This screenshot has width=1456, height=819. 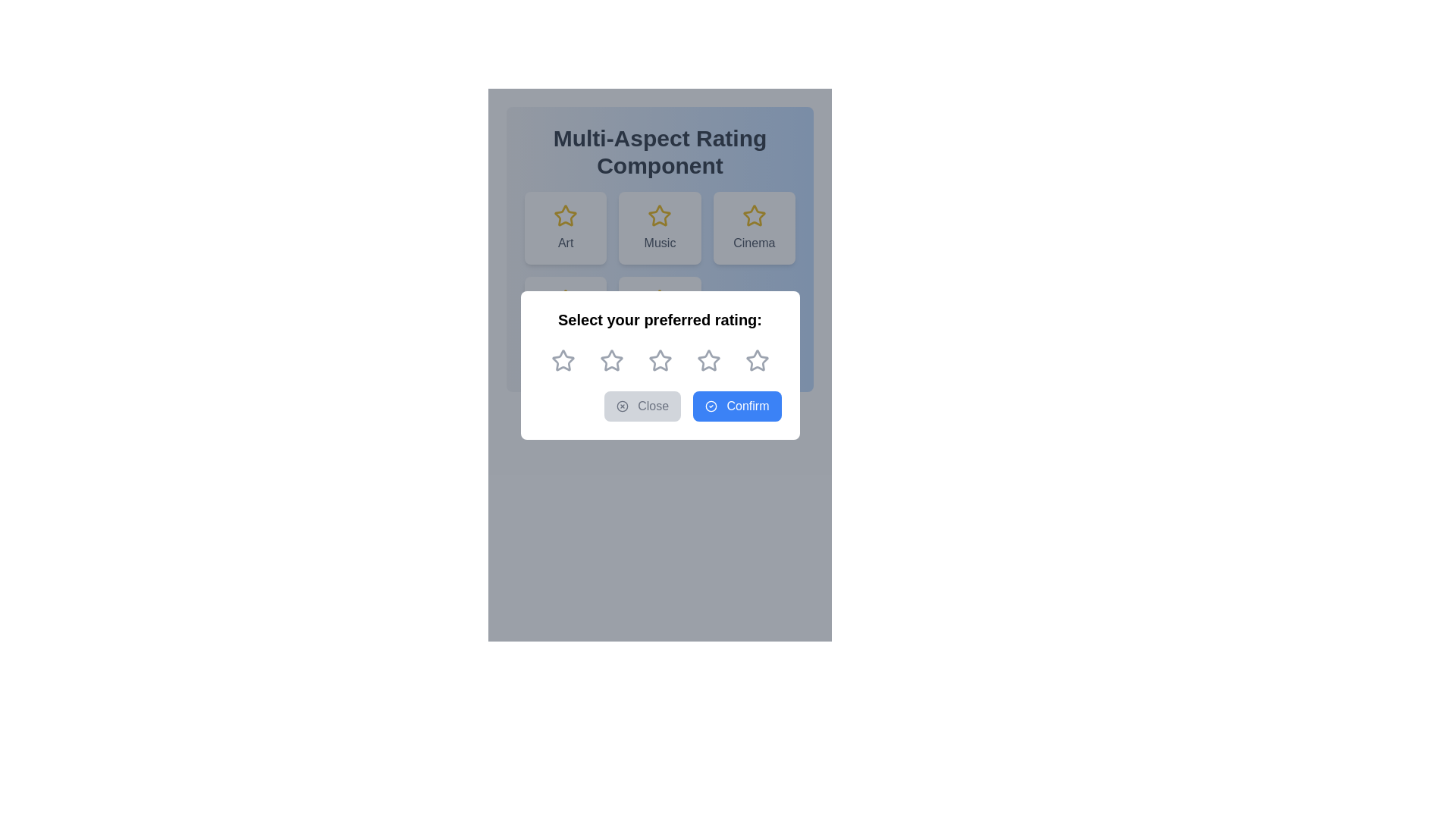 What do you see at coordinates (757, 360) in the screenshot?
I see `the fifth star icon in the rating component` at bounding box center [757, 360].